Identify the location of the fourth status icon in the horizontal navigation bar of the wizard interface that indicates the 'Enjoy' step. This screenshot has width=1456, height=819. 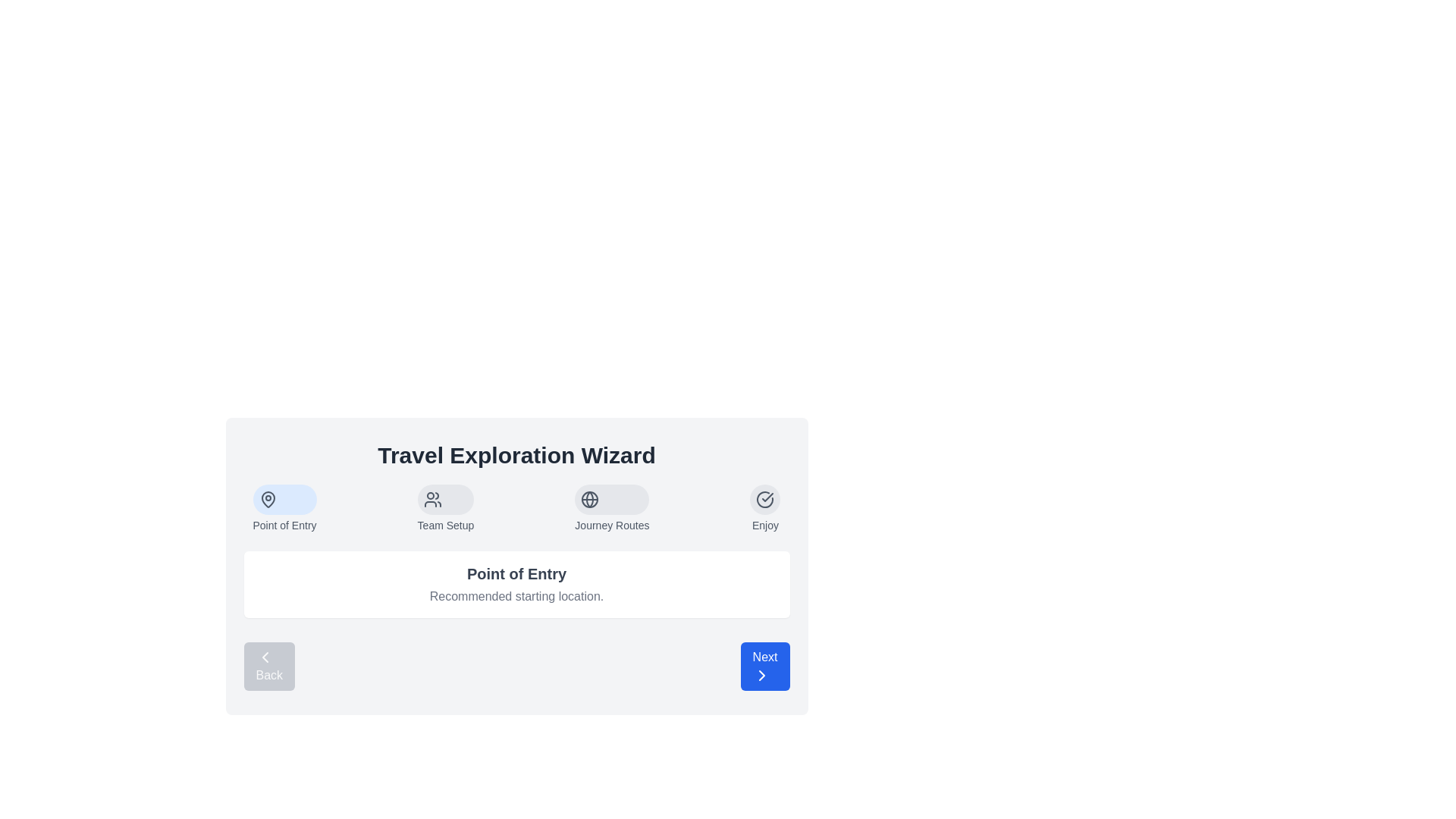
(765, 500).